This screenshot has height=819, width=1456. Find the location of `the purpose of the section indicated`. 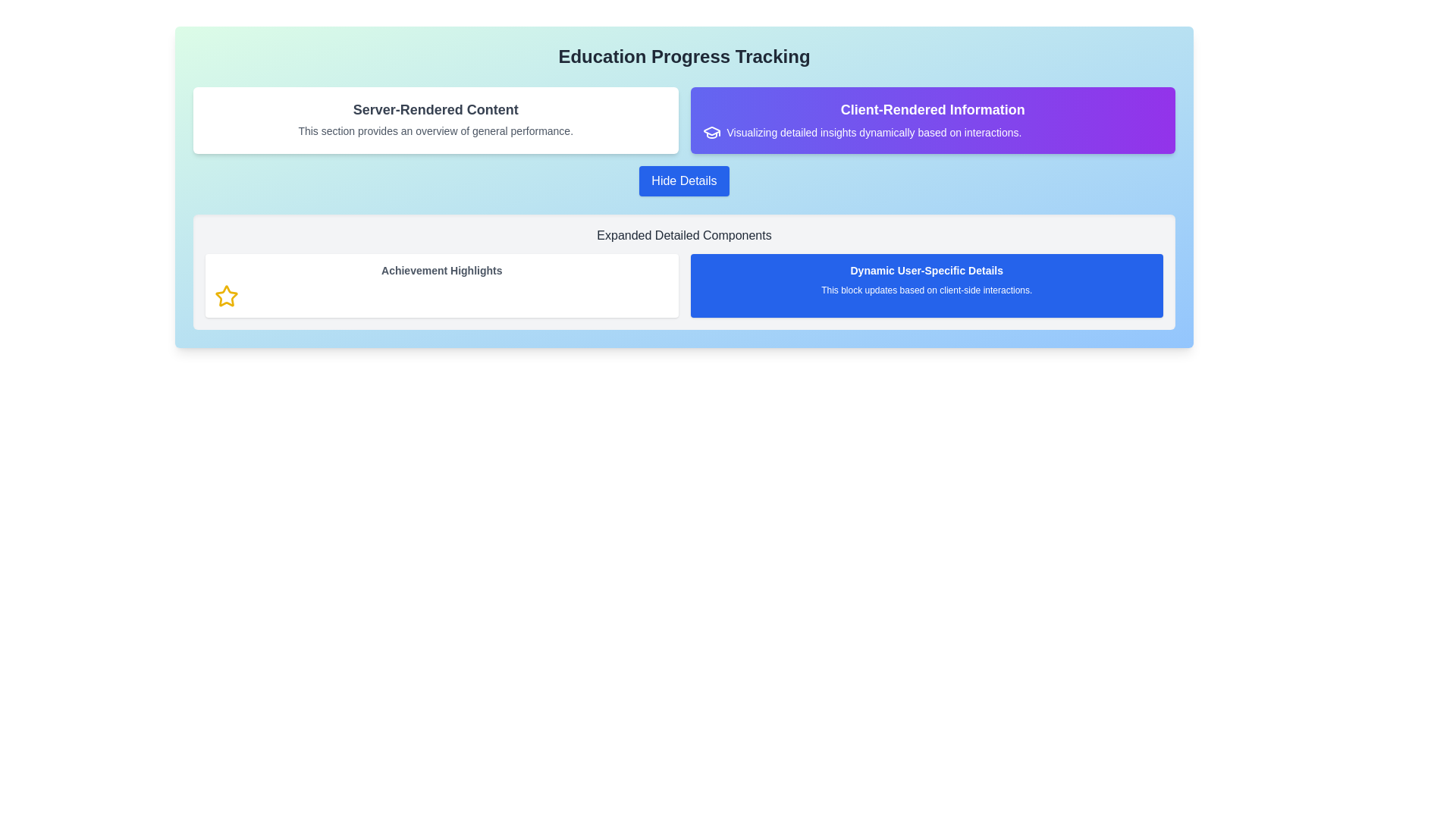

the purpose of the section indicated is located at coordinates (683, 55).